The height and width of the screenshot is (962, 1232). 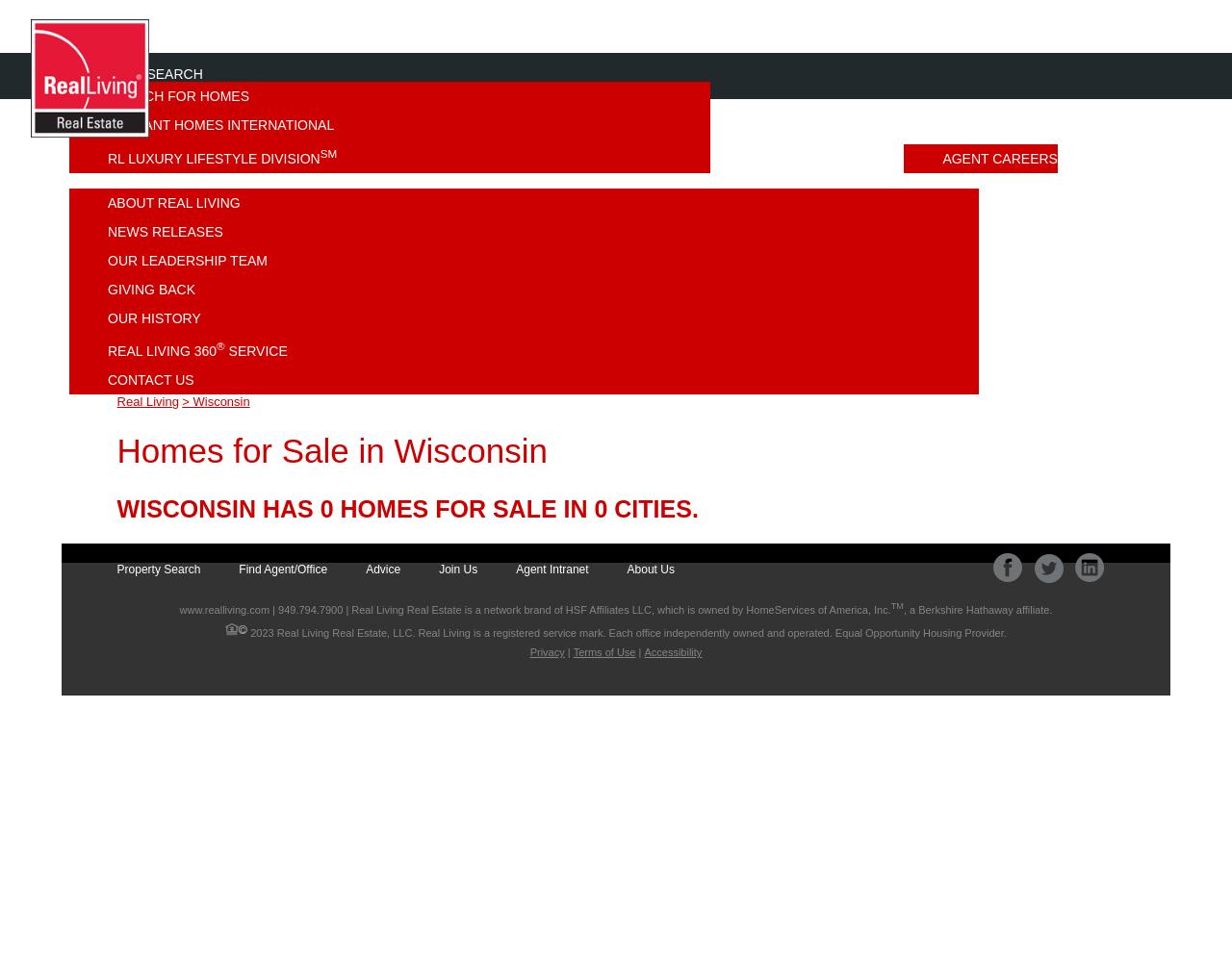 What do you see at coordinates (310, 609) in the screenshot?
I see `'949.794.7900'` at bounding box center [310, 609].